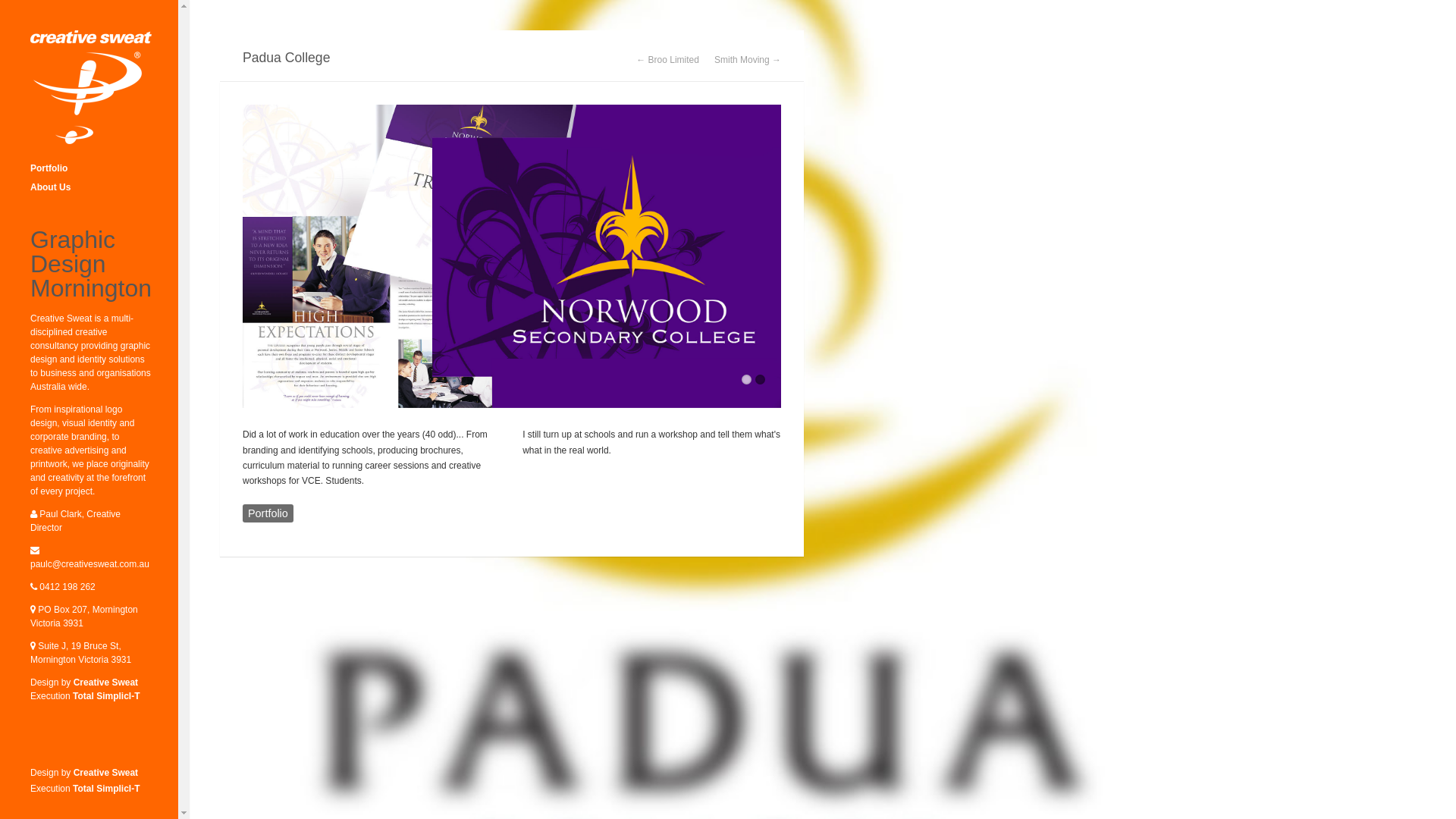 The width and height of the screenshot is (1456, 819). What do you see at coordinates (105, 681) in the screenshot?
I see `'Creative Sweat'` at bounding box center [105, 681].